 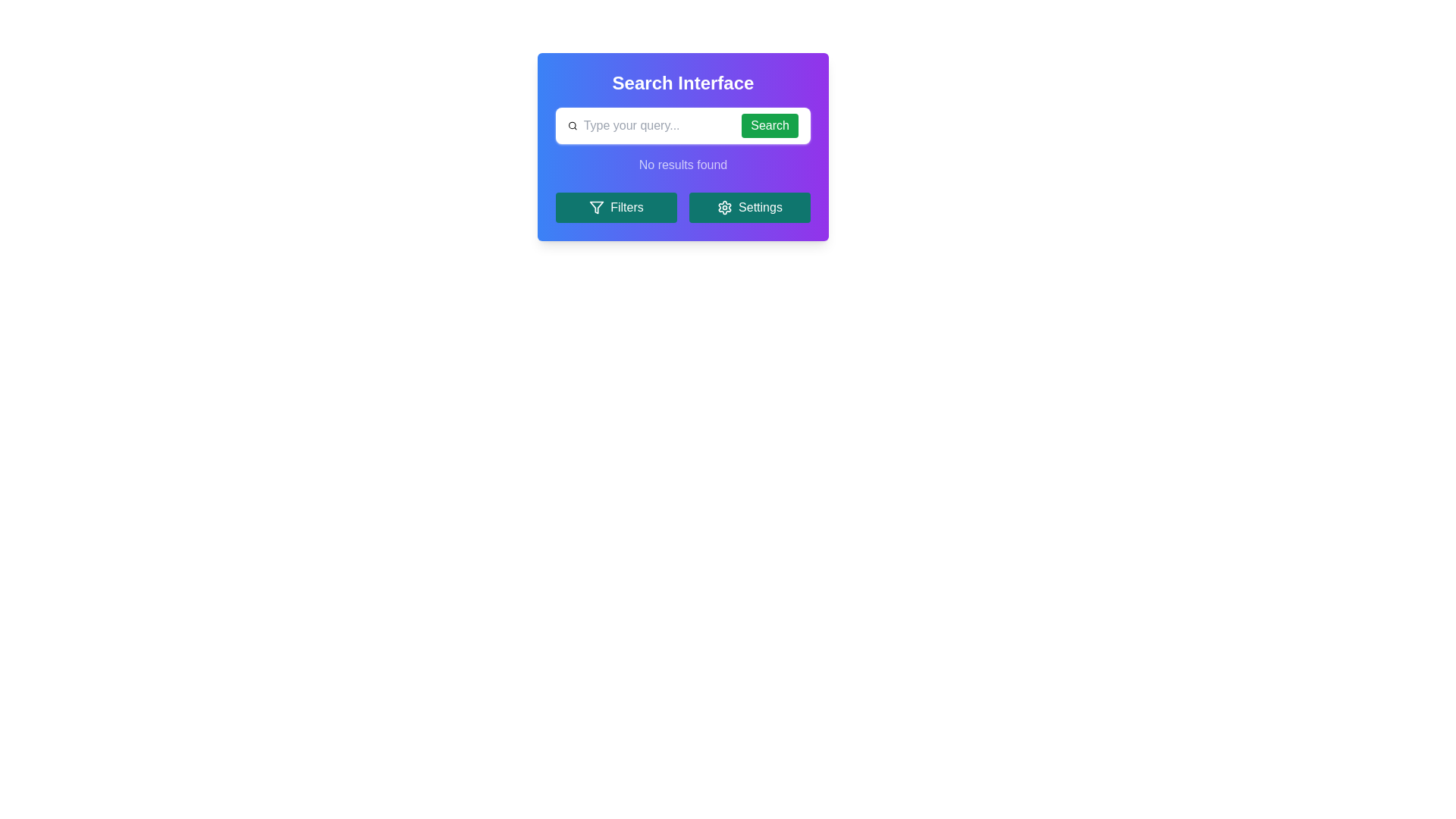 What do you see at coordinates (749, 207) in the screenshot?
I see `the settings button located to the right of the 'Filters' button in the grid layout` at bounding box center [749, 207].